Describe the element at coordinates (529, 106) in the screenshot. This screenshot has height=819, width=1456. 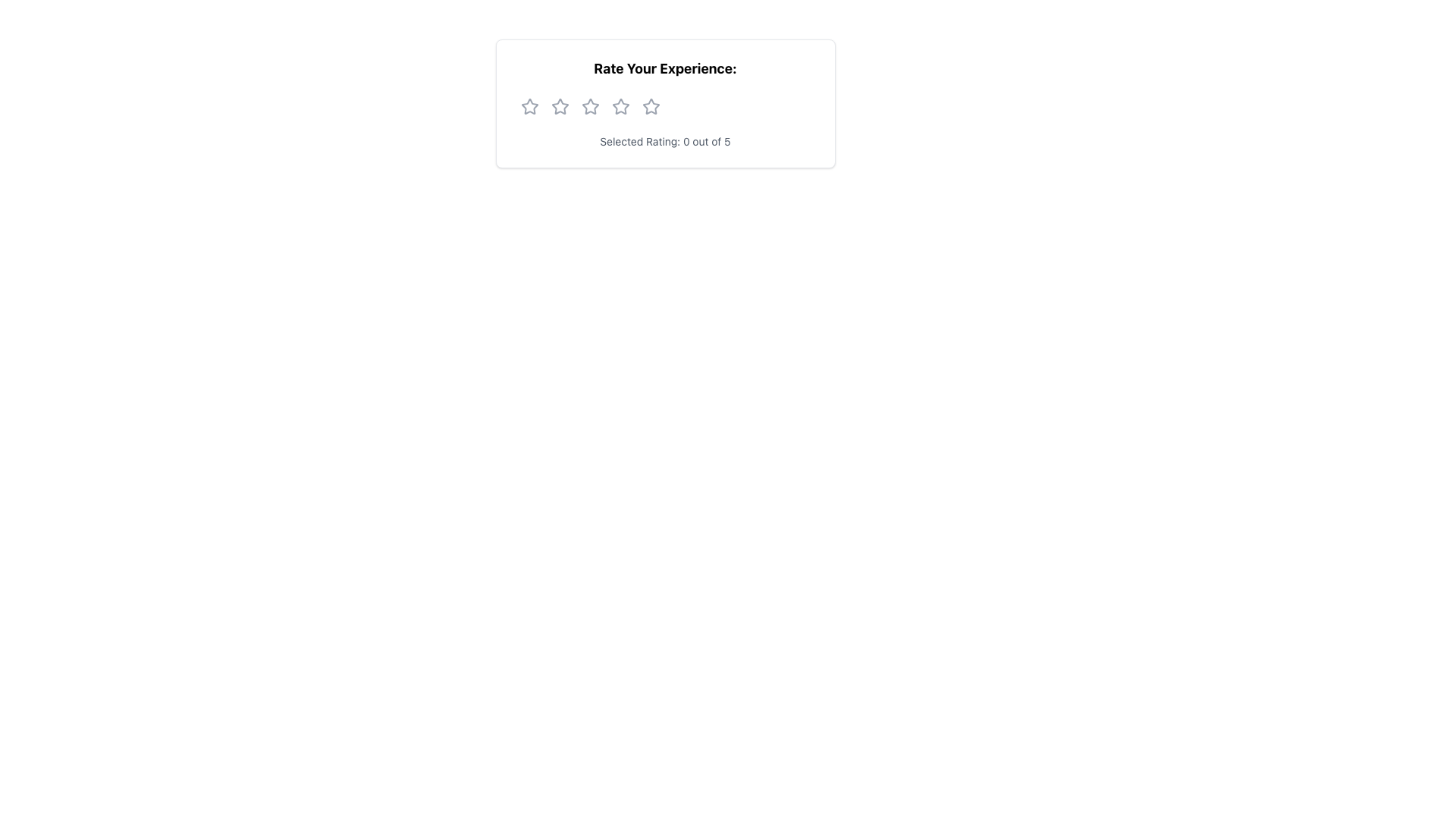
I see `the first star-shaped icon in the rating row under the heading 'Rate Your Experience:'` at that location.